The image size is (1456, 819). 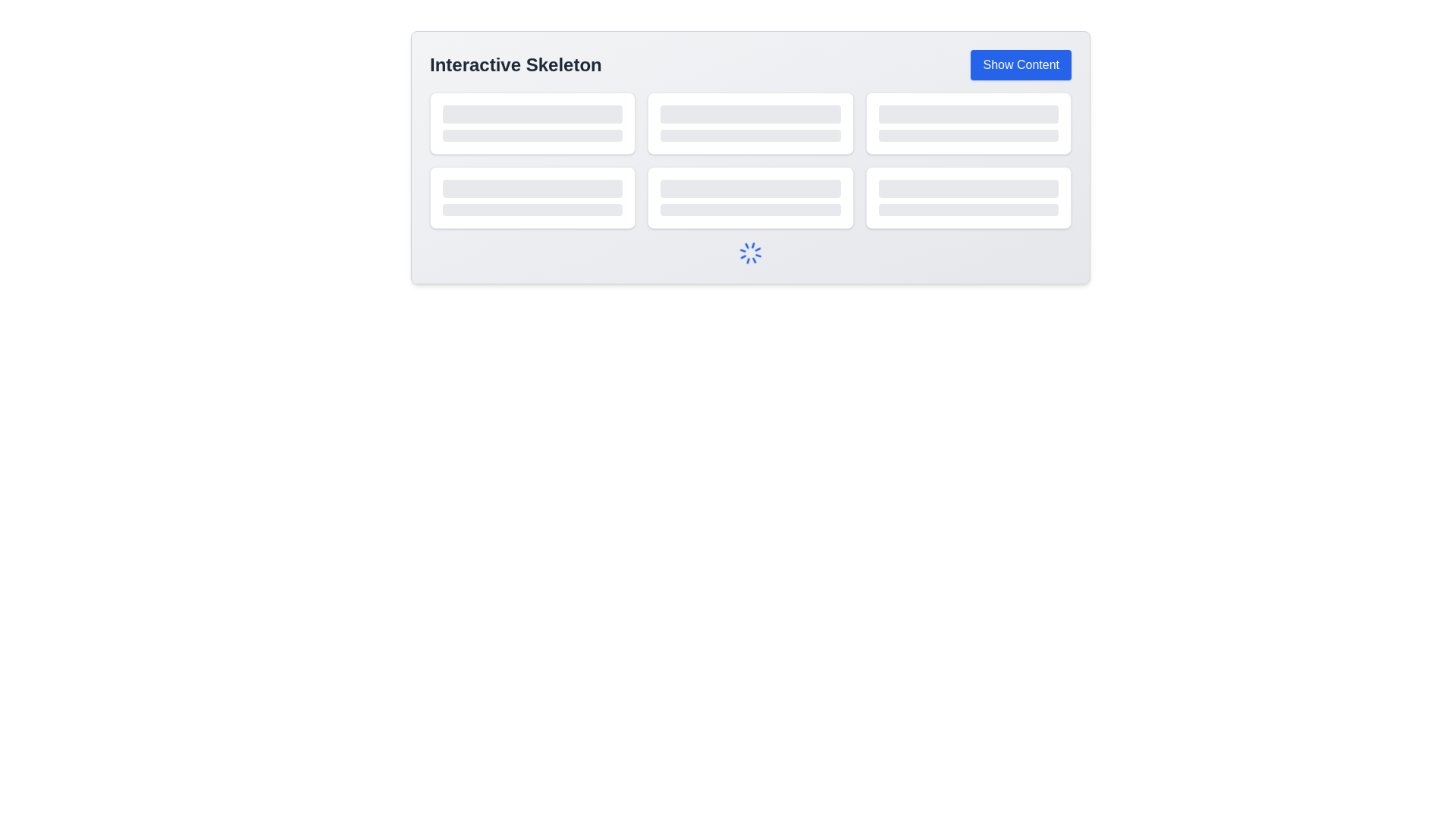 What do you see at coordinates (532, 122) in the screenshot?
I see `the Skeleton card, which is the first card in a grid layout located in the top-left position, indicating that content is loading` at bounding box center [532, 122].